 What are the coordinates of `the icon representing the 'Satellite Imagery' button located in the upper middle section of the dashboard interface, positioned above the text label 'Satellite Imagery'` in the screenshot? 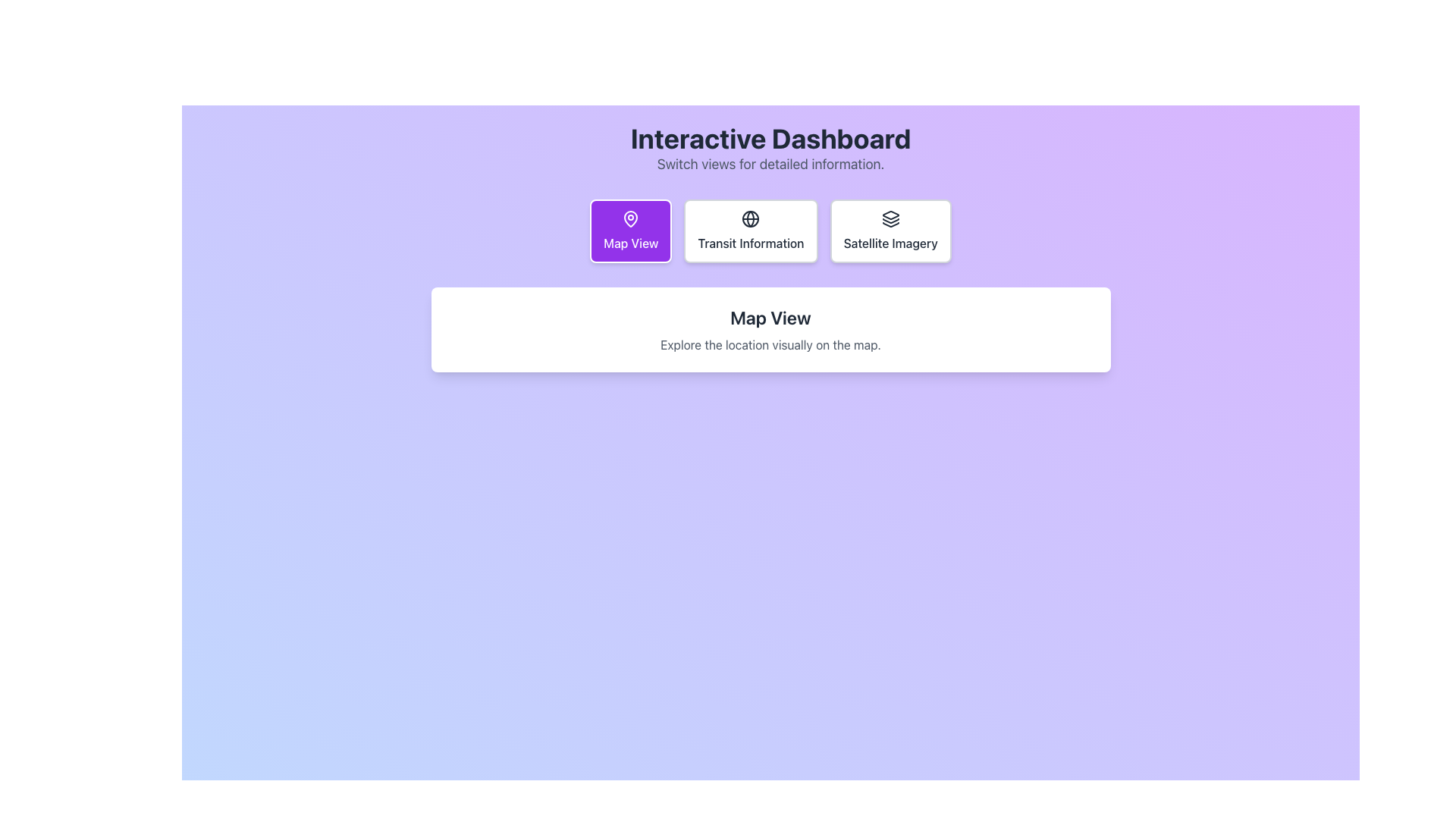 It's located at (890, 219).